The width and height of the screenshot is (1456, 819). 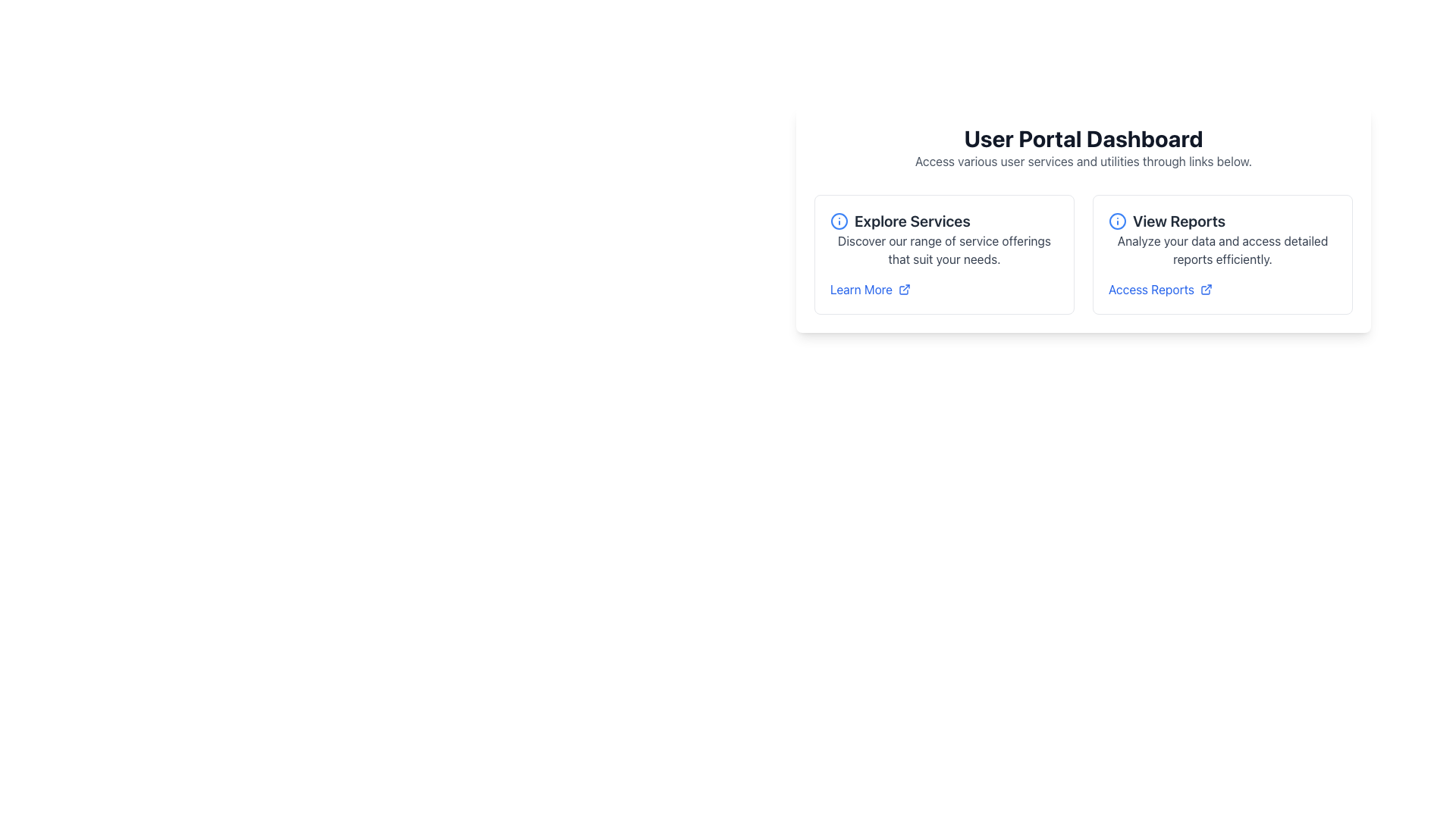 I want to click on the external link icon located next to the 'Learn More' text in the 'Explore Services' section, so click(x=905, y=289).